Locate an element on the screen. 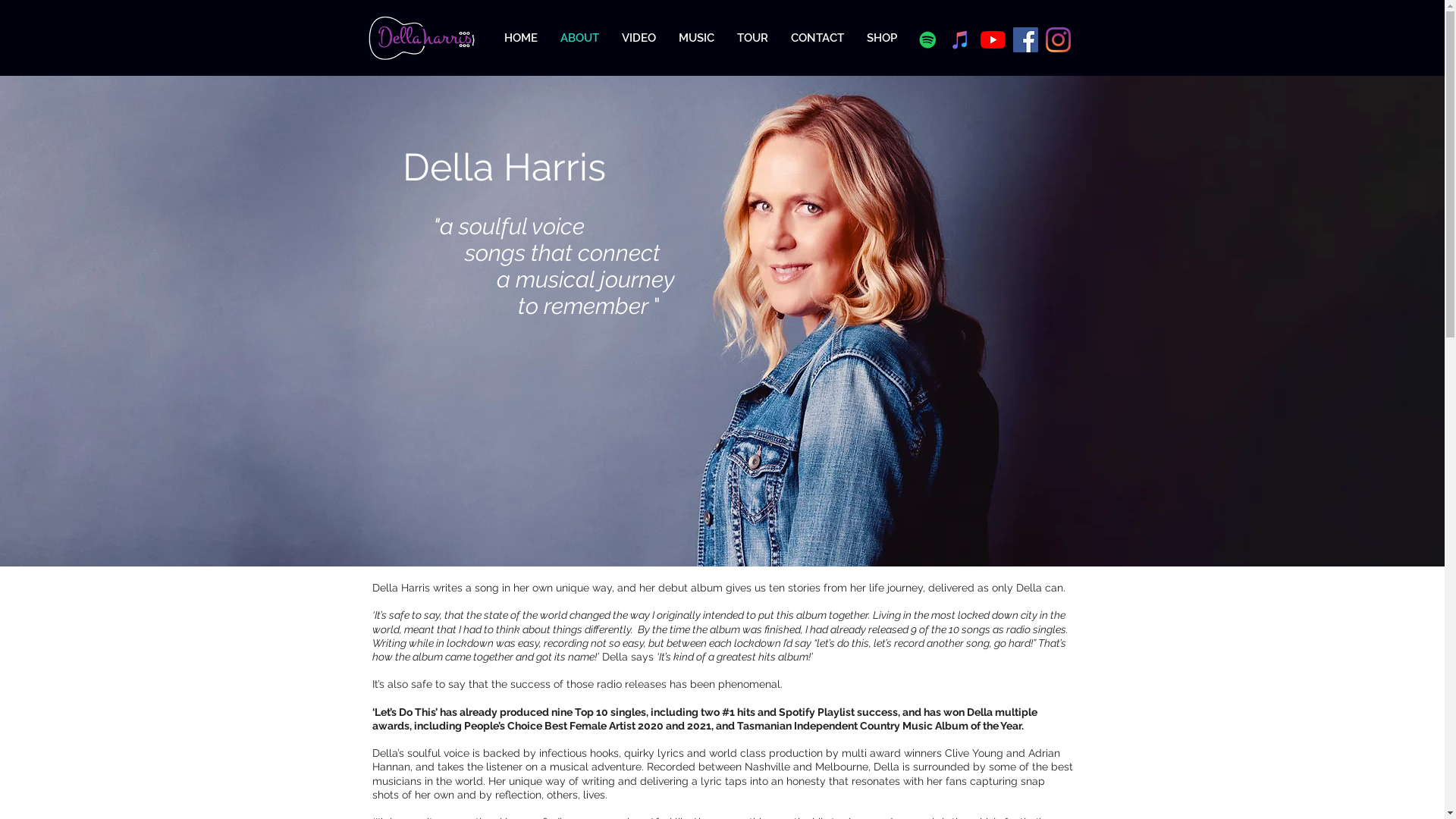 The height and width of the screenshot is (819, 1456). 'MUSIC' is located at coordinates (695, 37).